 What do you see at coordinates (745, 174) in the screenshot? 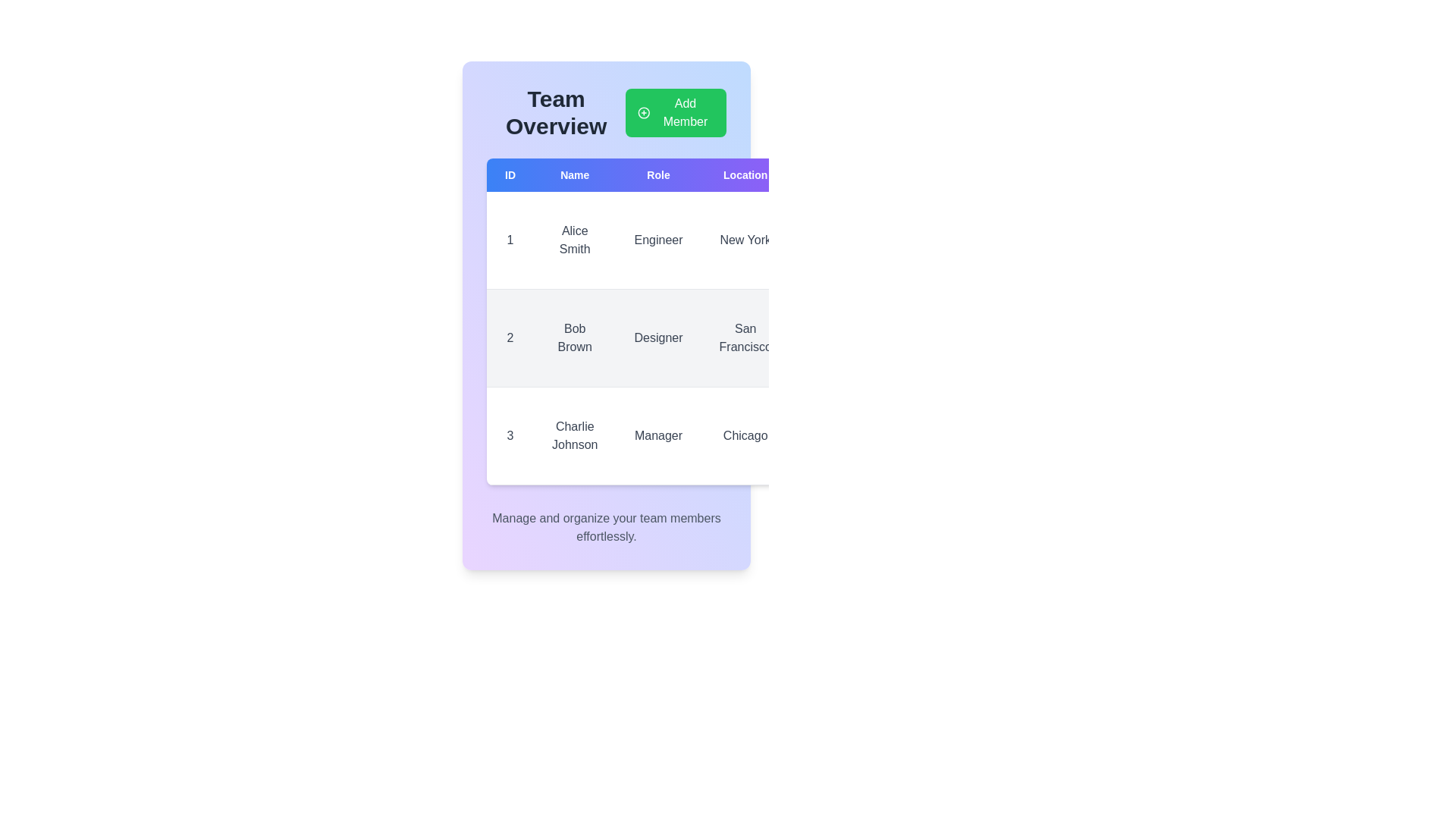
I see `the 'Location' header, which is a bold white text on a purple background, positioned between the 'Role' and 'Actions' headers in the table` at bounding box center [745, 174].